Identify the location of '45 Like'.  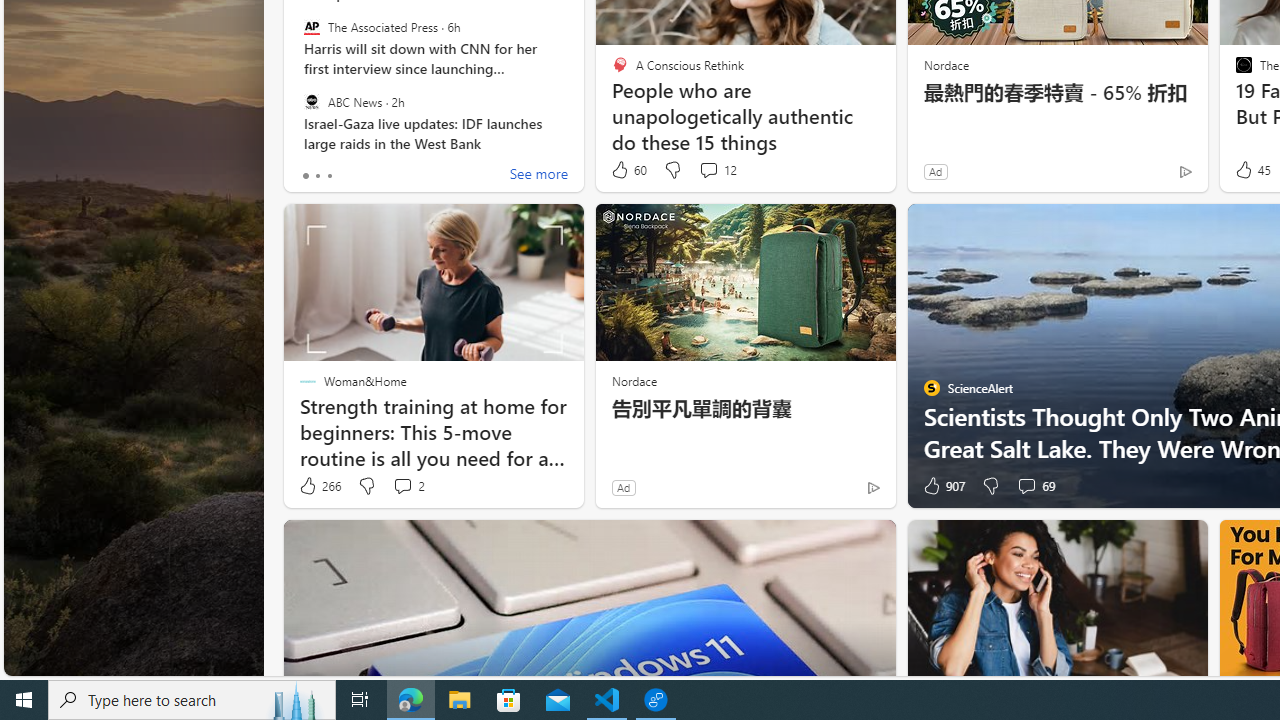
(1250, 169).